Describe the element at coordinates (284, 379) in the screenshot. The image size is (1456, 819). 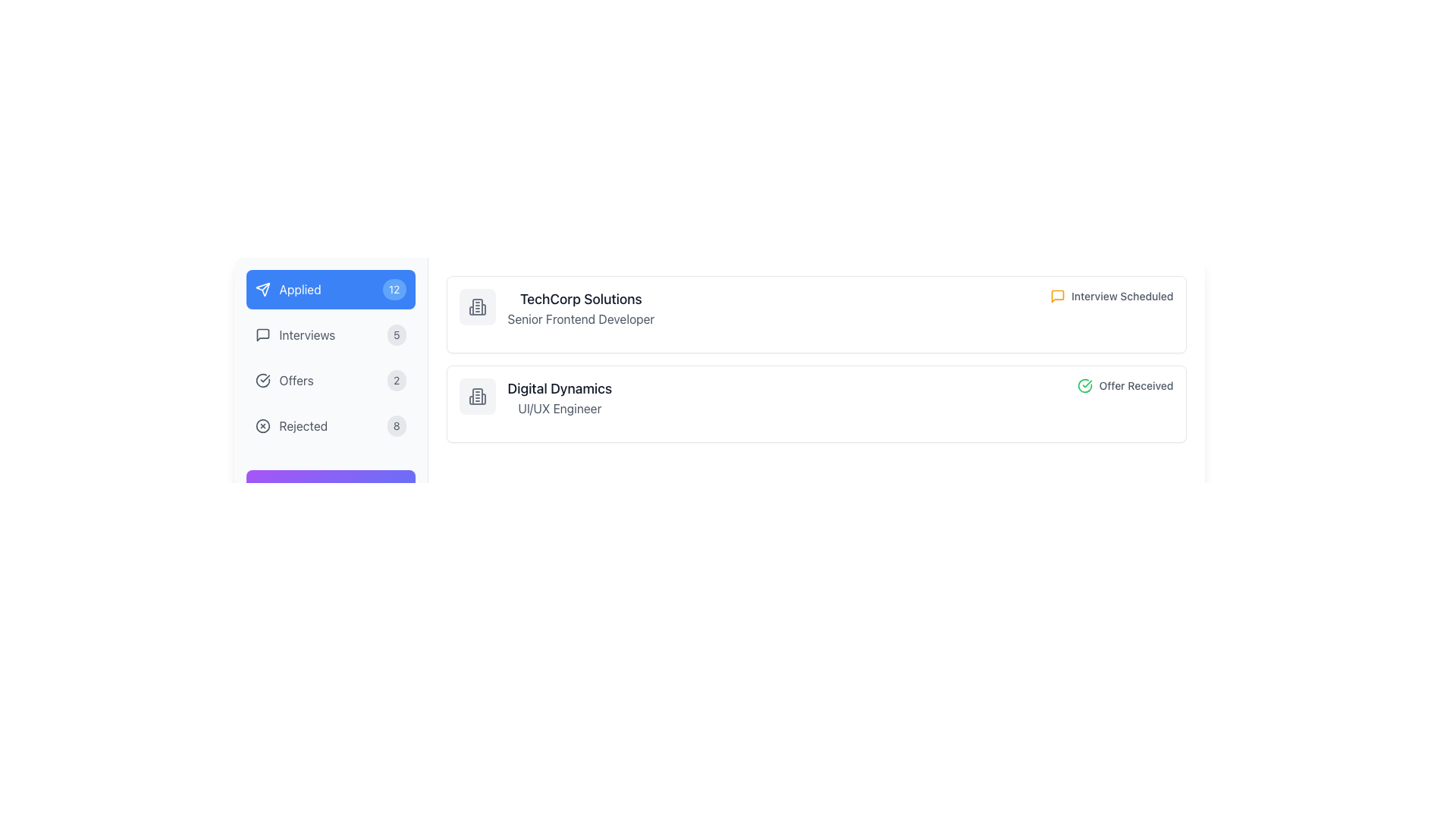
I see `the third menu item in the left sidebar` at that location.